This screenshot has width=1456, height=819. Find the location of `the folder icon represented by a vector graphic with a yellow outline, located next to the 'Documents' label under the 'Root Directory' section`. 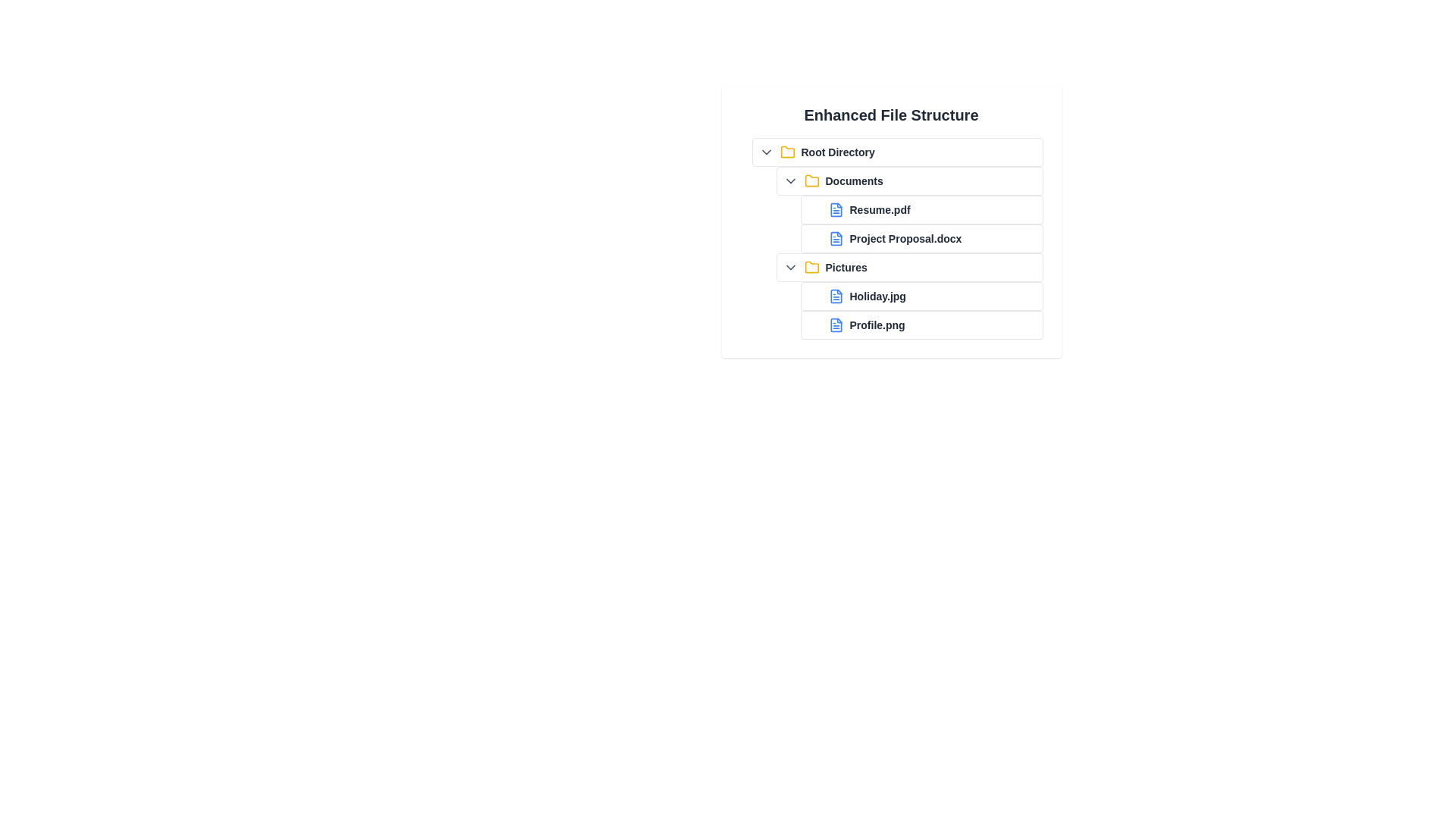

the folder icon represented by a vector graphic with a yellow outline, located next to the 'Documents' label under the 'Root Directory' section is located at coordinates (811, 180).